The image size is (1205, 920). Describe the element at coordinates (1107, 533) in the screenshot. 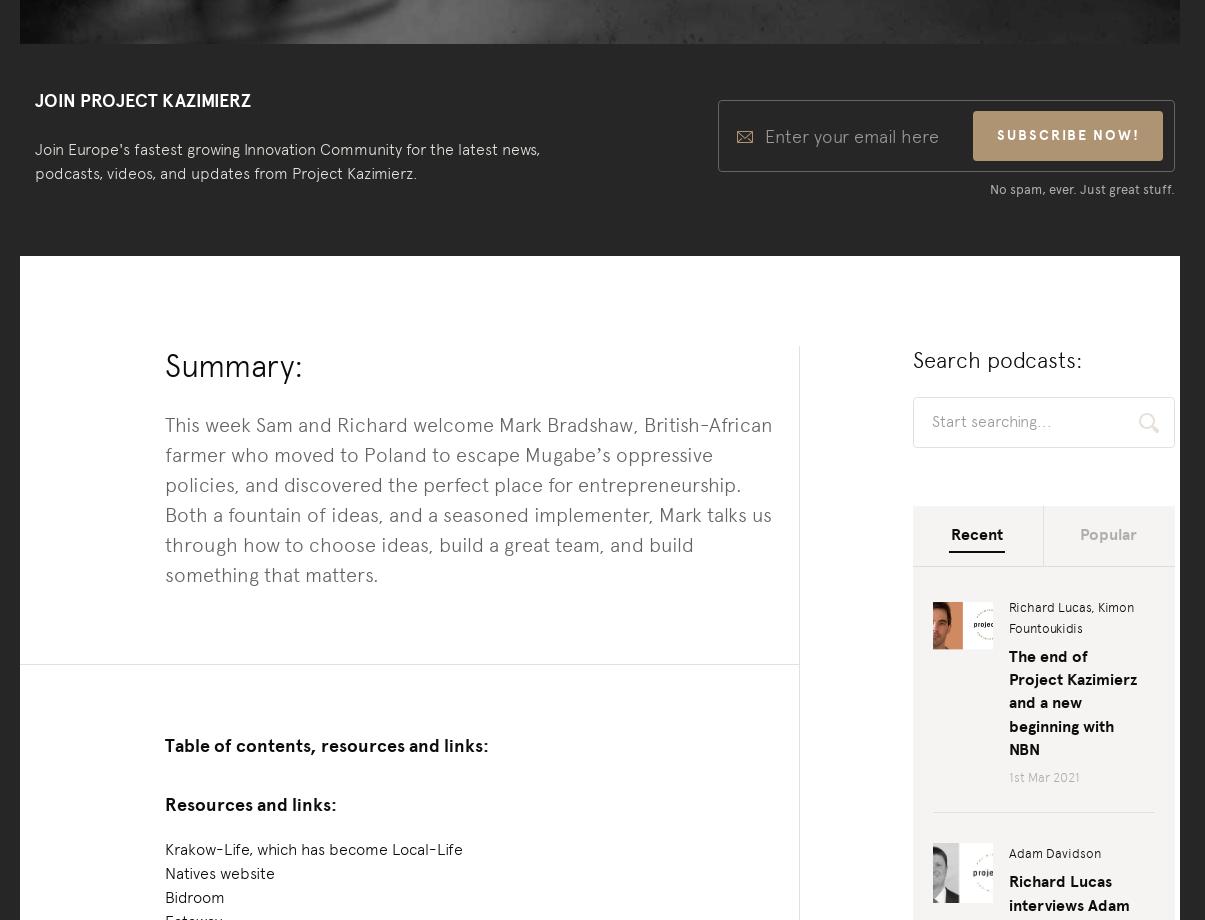

I see `'Popular'` at that location.